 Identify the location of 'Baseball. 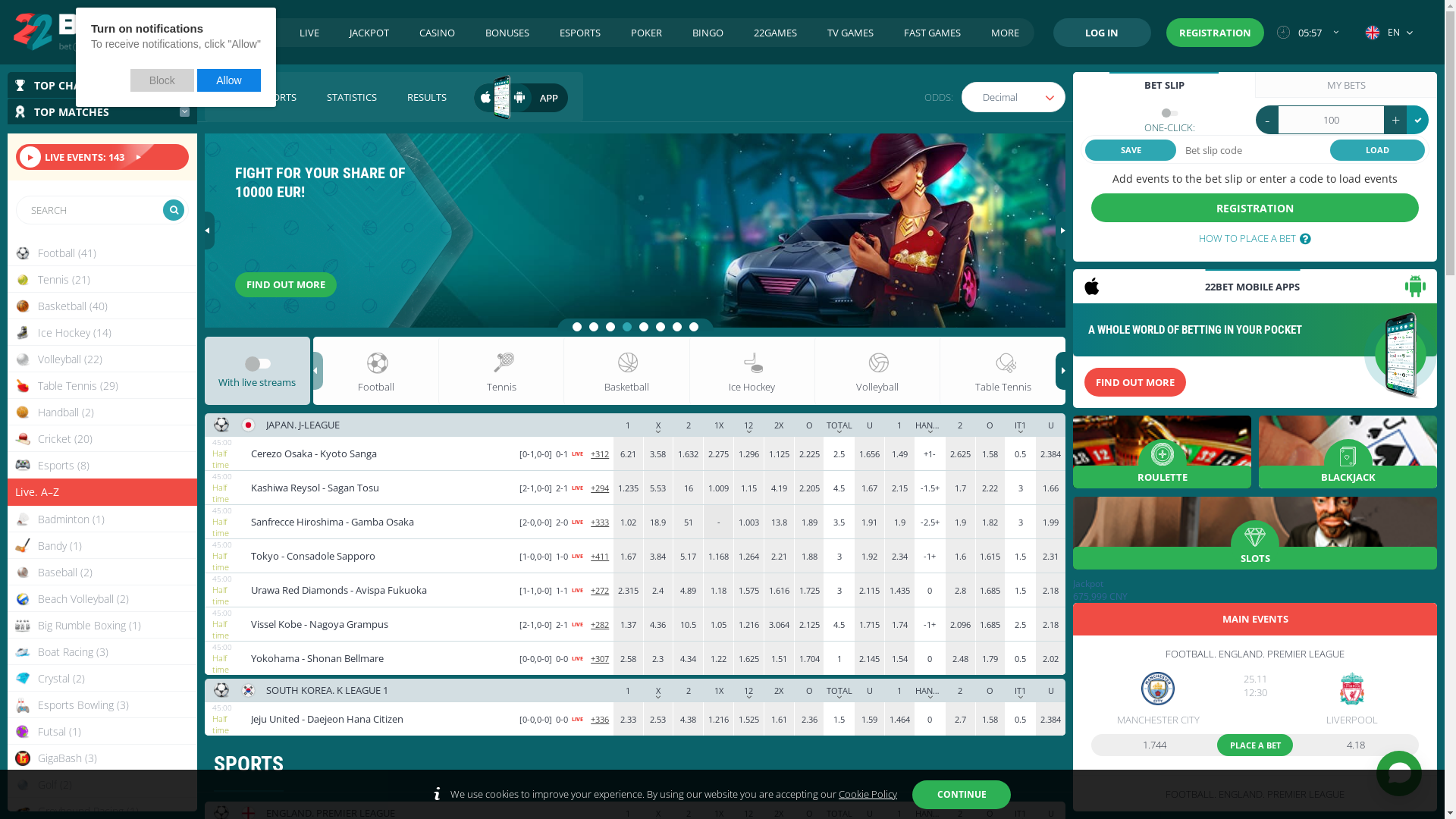
(101, 572).